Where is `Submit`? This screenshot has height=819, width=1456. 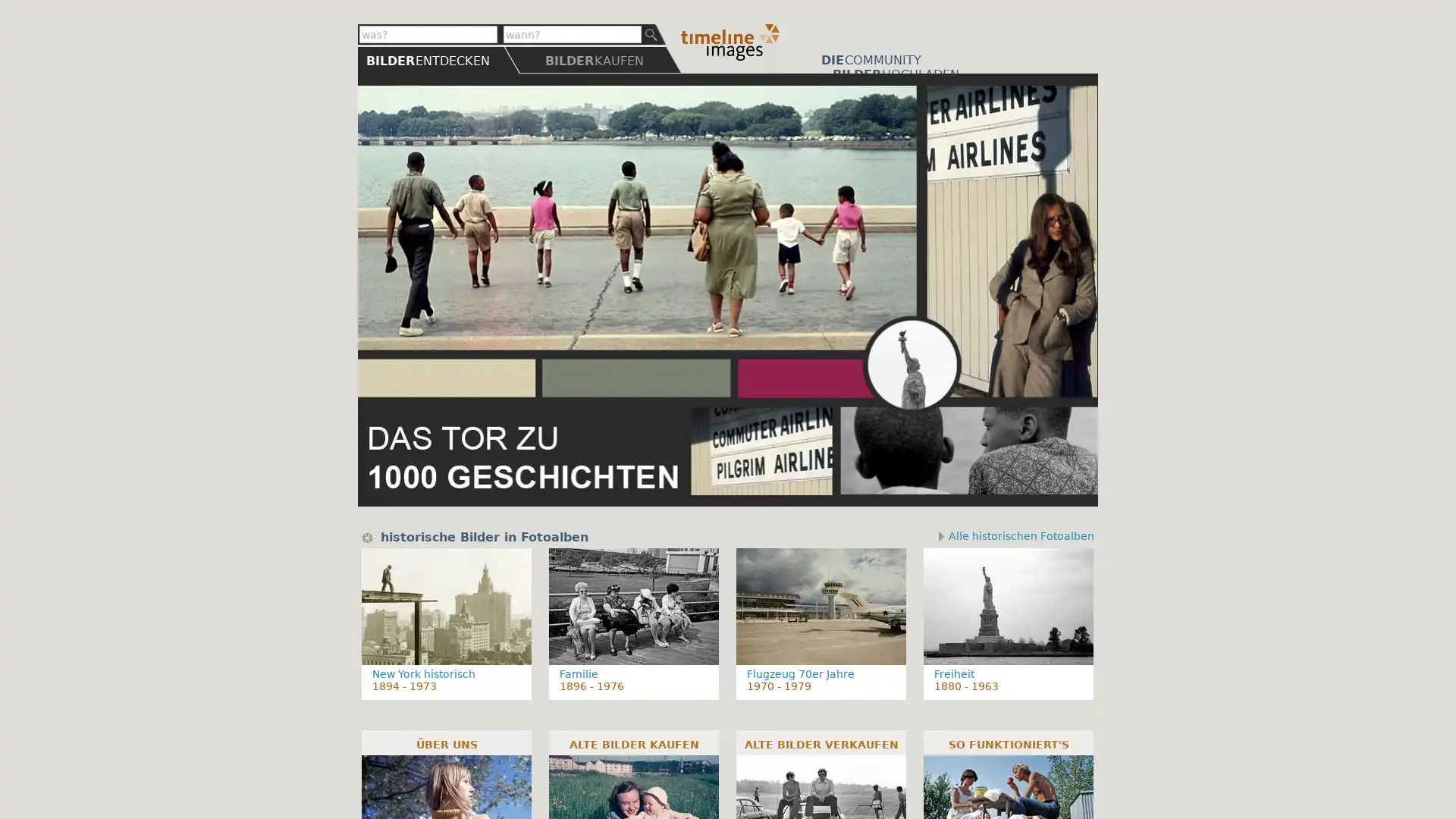 Submit is located at coordinates (654, 34).